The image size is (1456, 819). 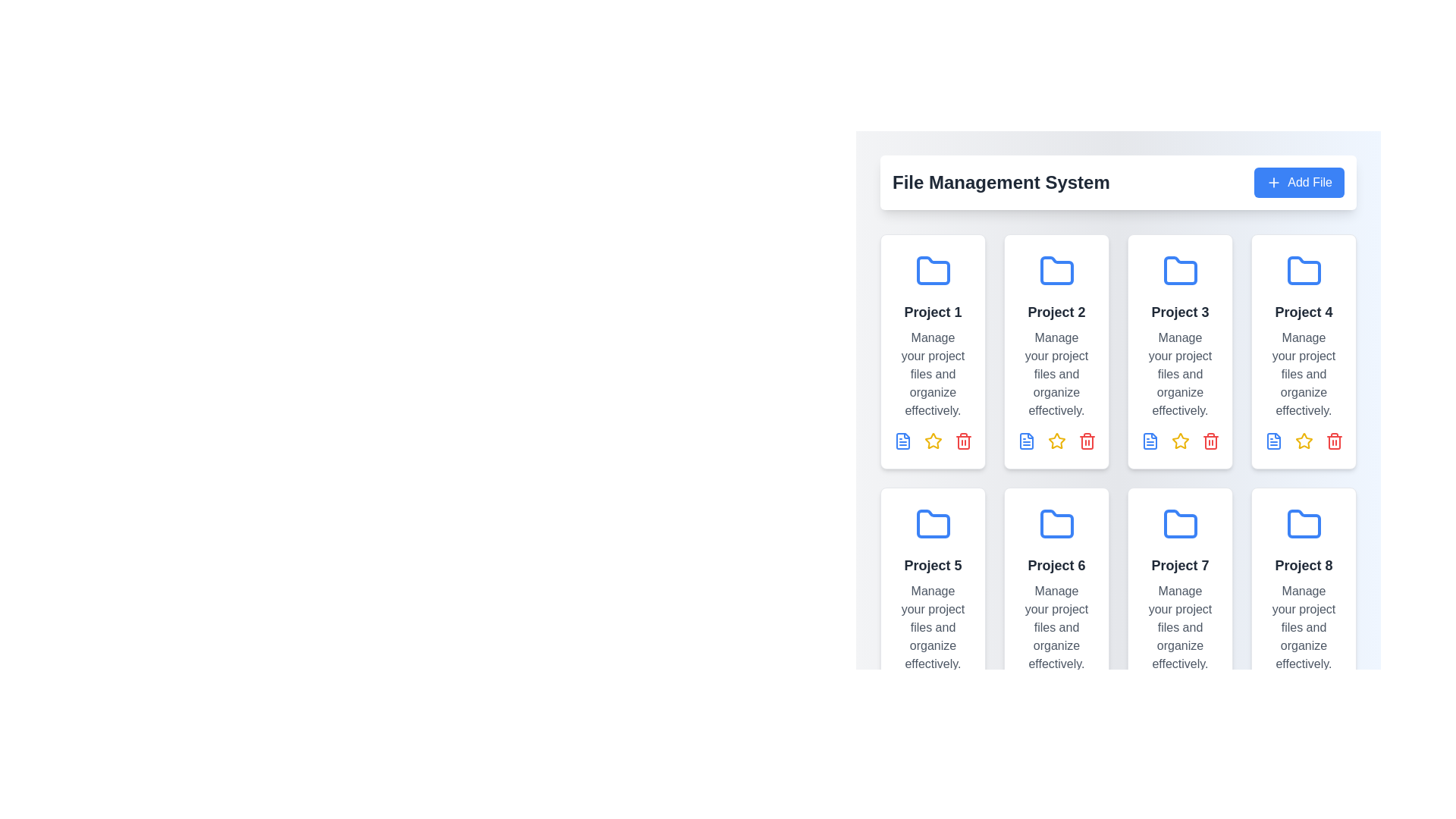 What do you see at coordinates (1056, 271) in the screenshot?
I see `the blue folder icon located in the upper region of the card interface under the 'Project 2' label` at bounding box center [1056, 271].